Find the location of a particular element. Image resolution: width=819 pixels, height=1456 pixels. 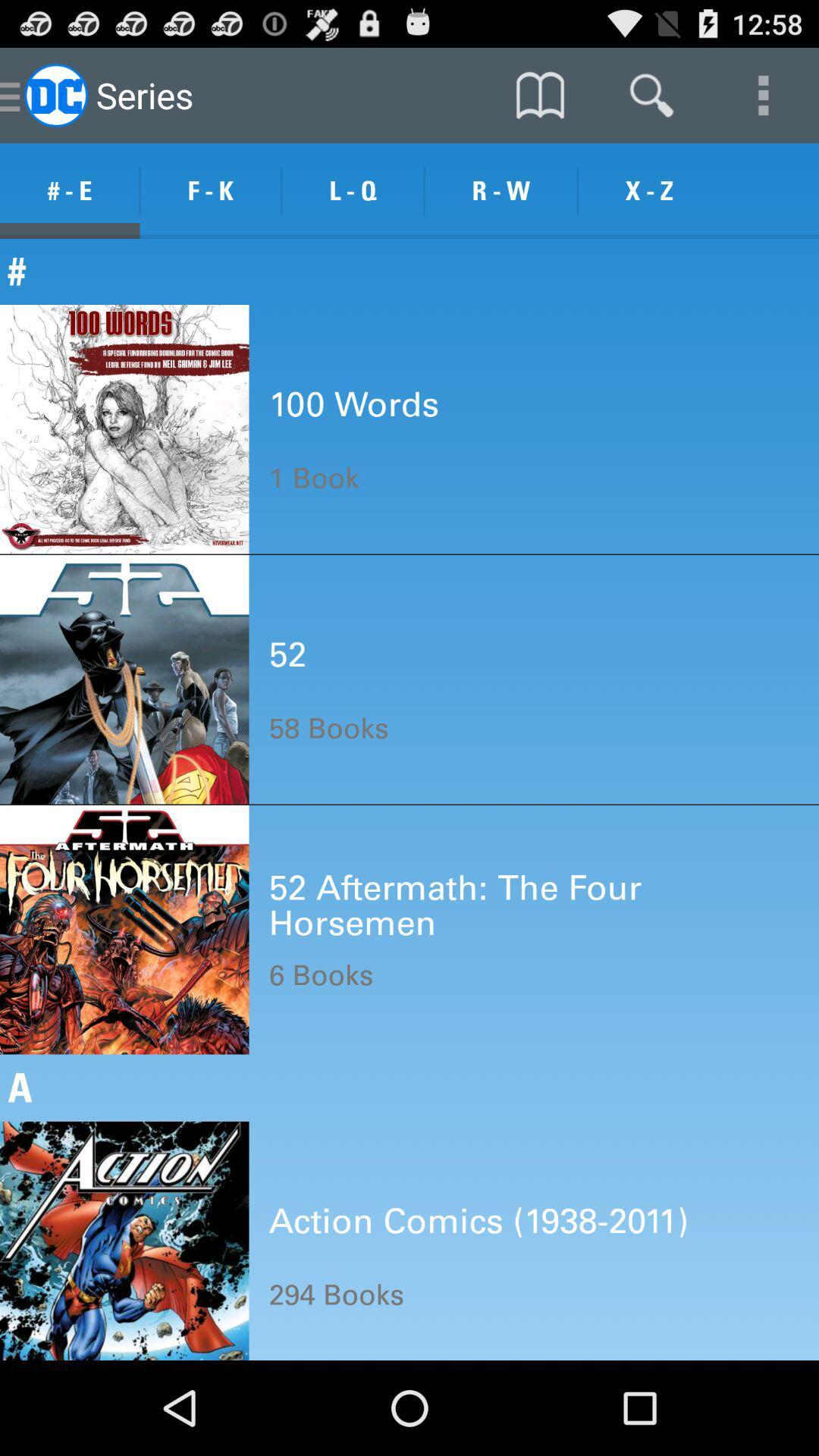

the # - e item is located at coordinates (70, 190).